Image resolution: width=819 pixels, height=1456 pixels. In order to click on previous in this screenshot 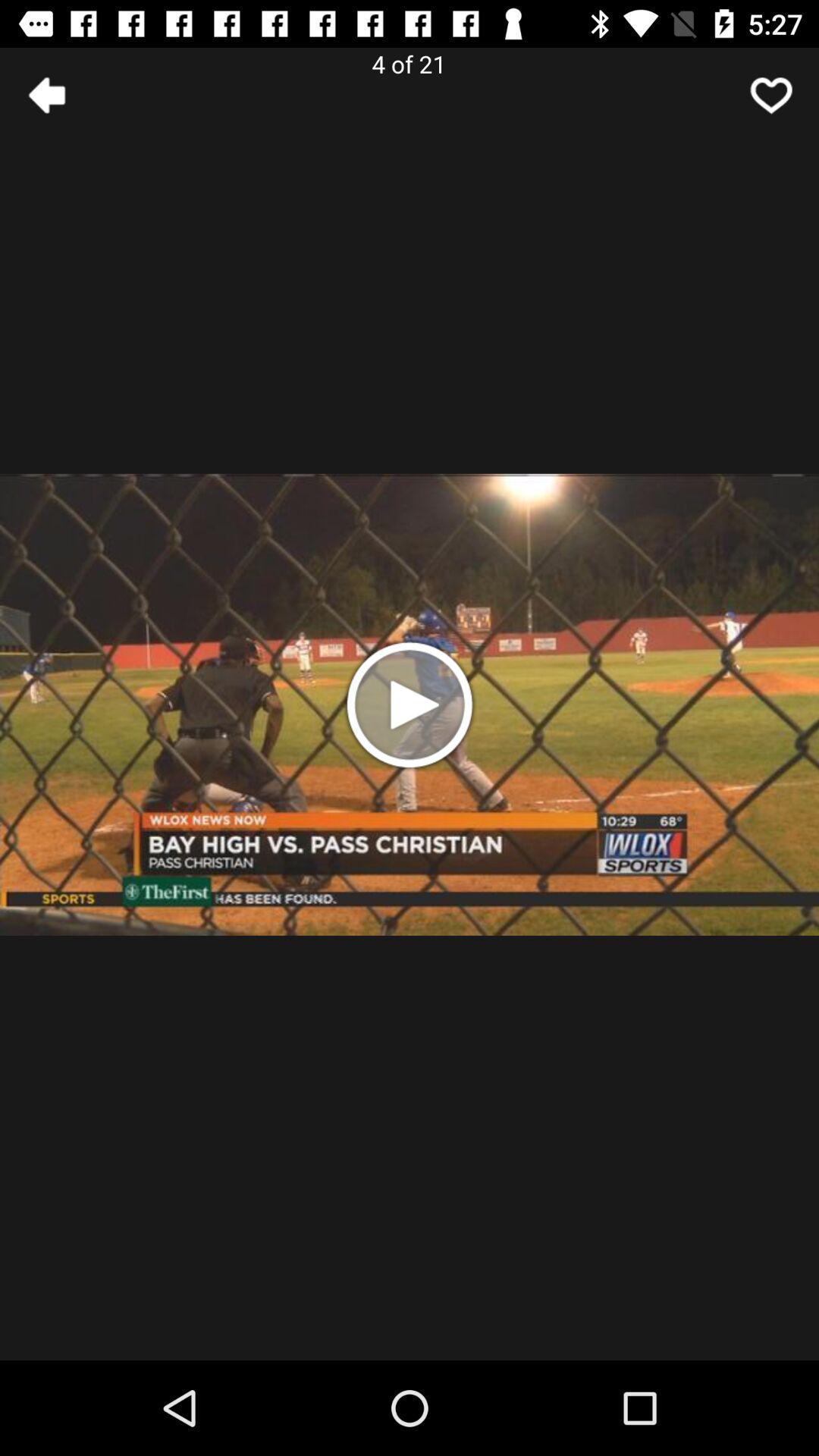, I will do `click(46, 94)`.